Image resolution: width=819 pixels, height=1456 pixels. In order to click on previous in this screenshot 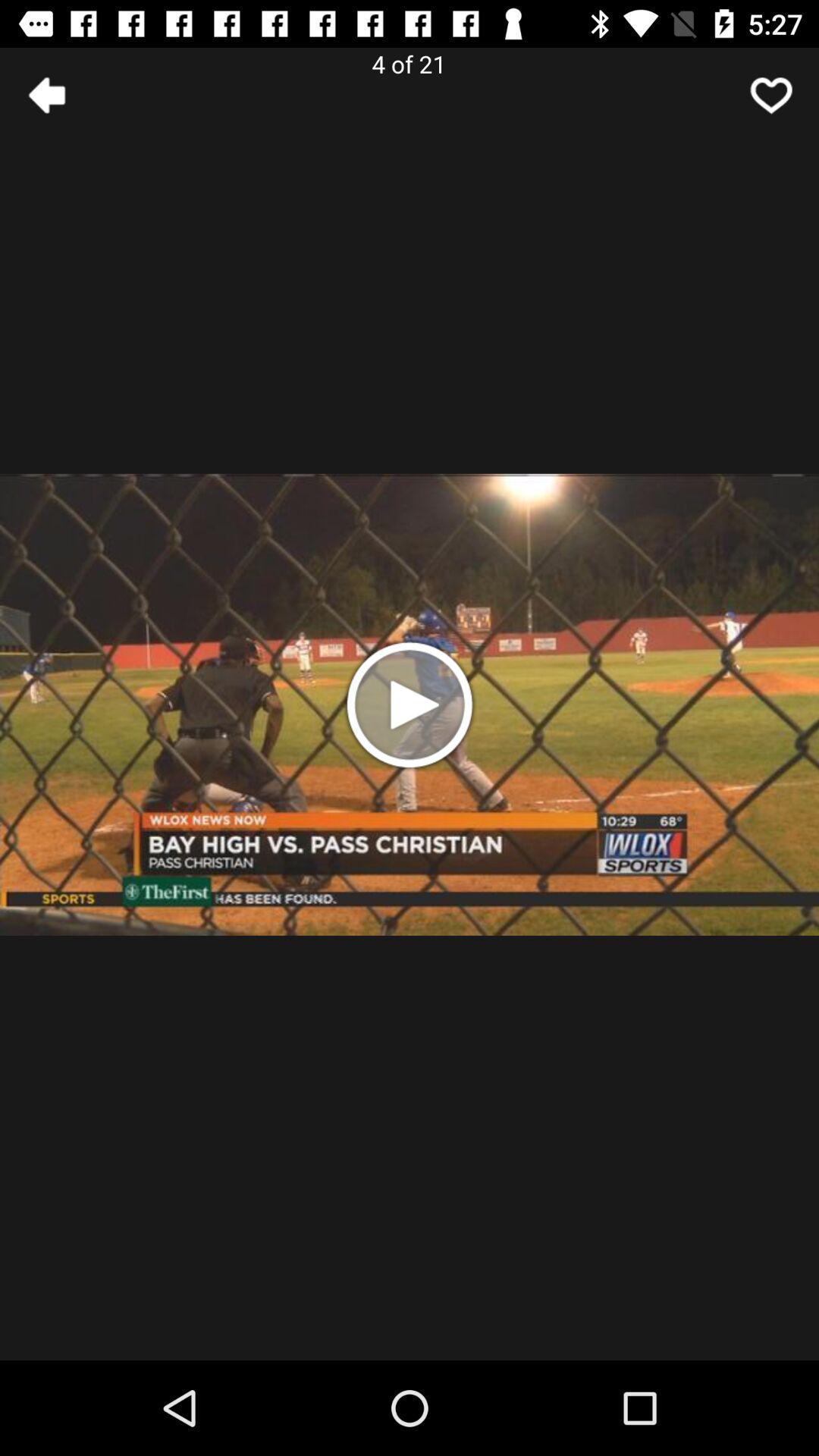, I will do `click(46, 94)`.